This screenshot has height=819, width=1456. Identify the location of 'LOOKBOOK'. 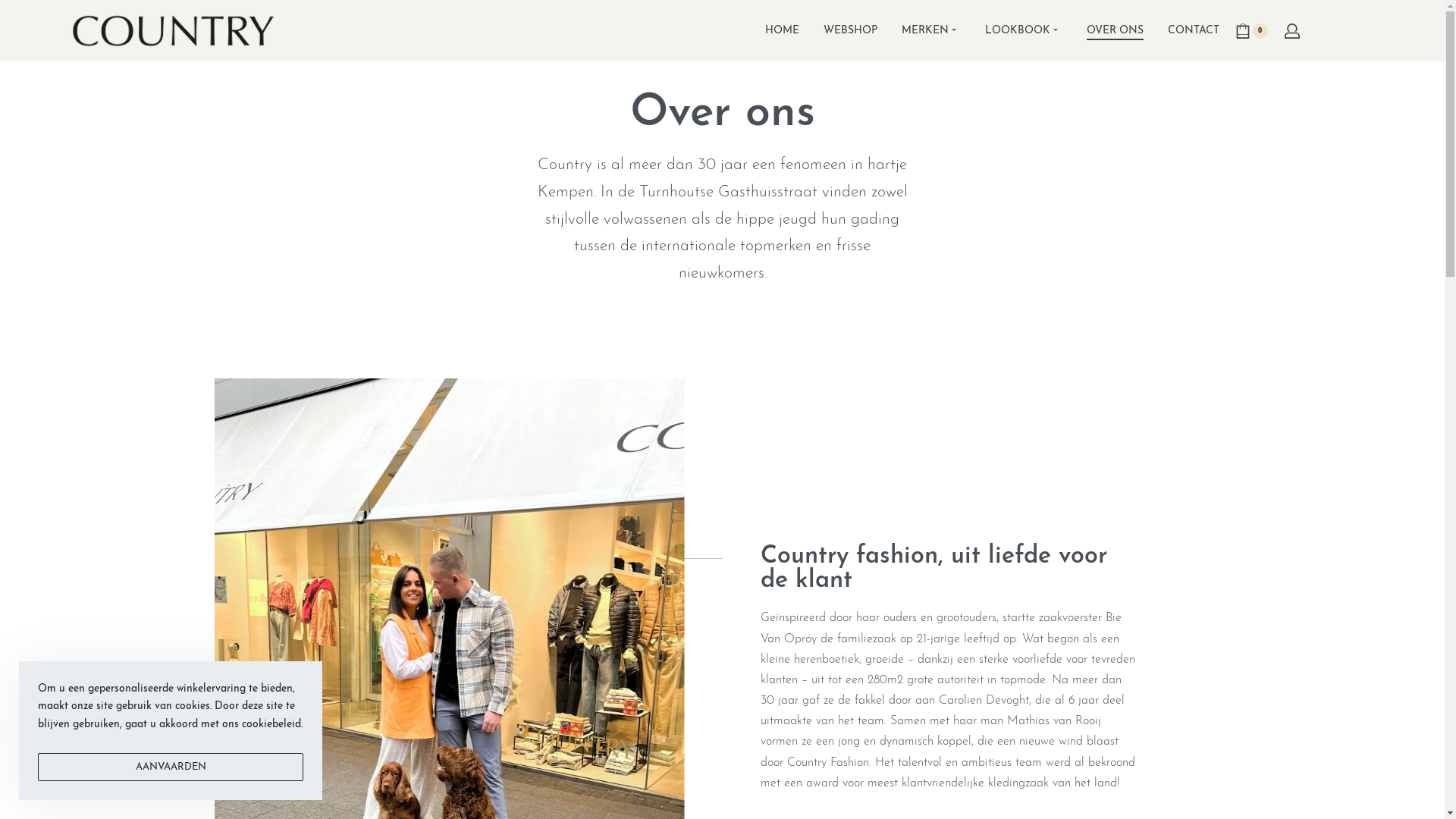
(1022, 31).